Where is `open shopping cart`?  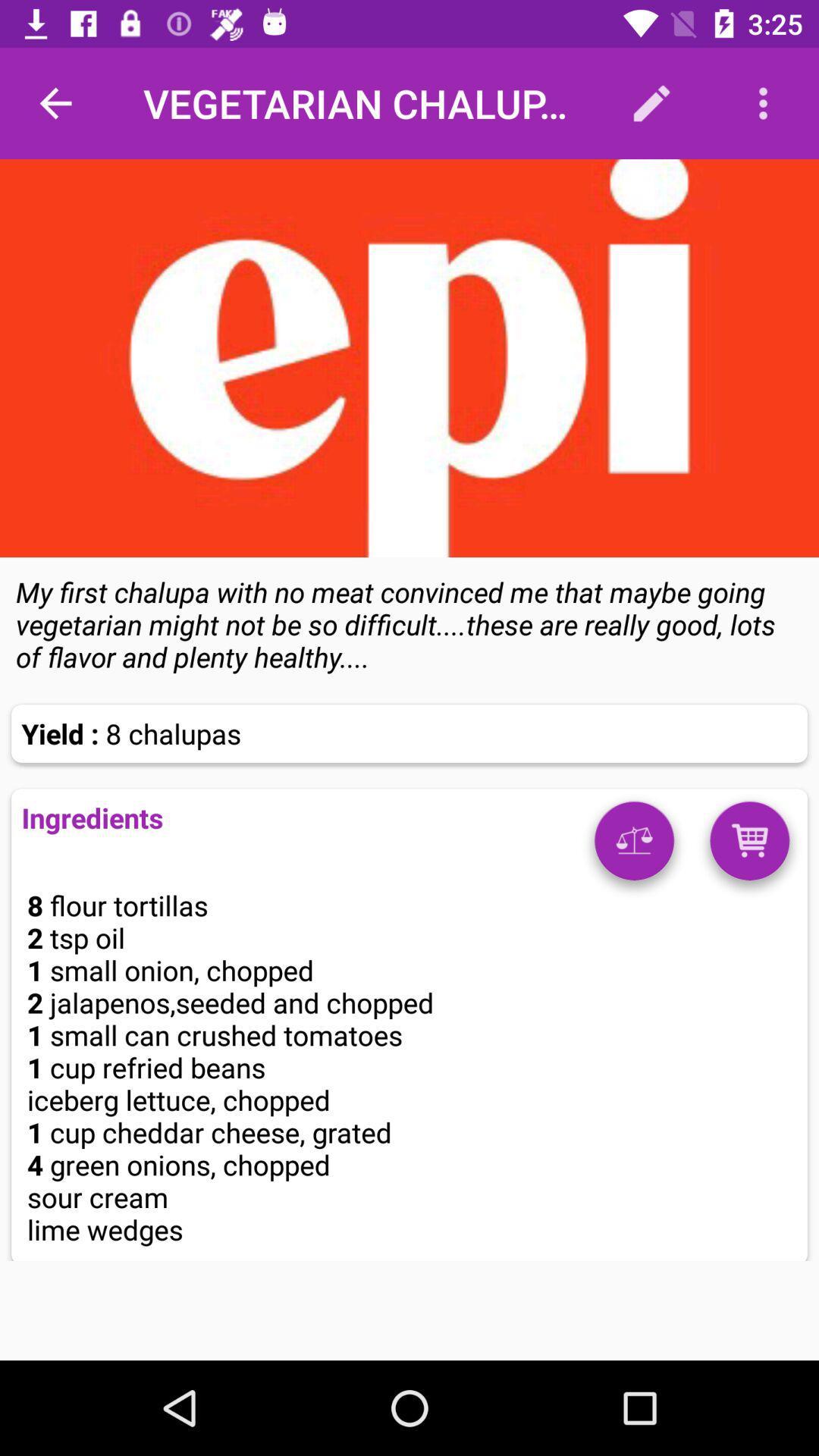
open shopping cart is located at coordinates (748, 846).